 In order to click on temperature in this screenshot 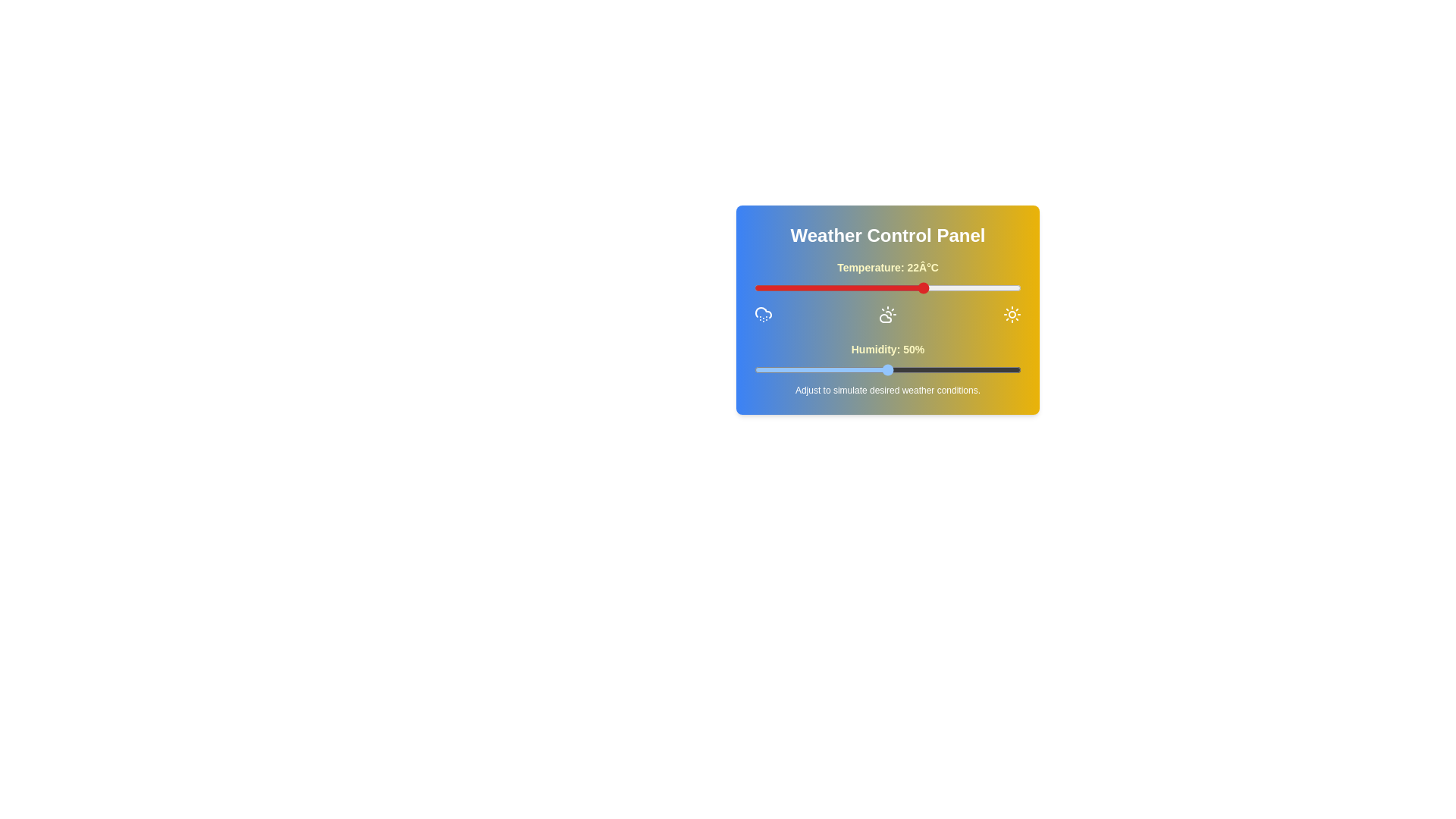, I will do `click(839, 288)`.